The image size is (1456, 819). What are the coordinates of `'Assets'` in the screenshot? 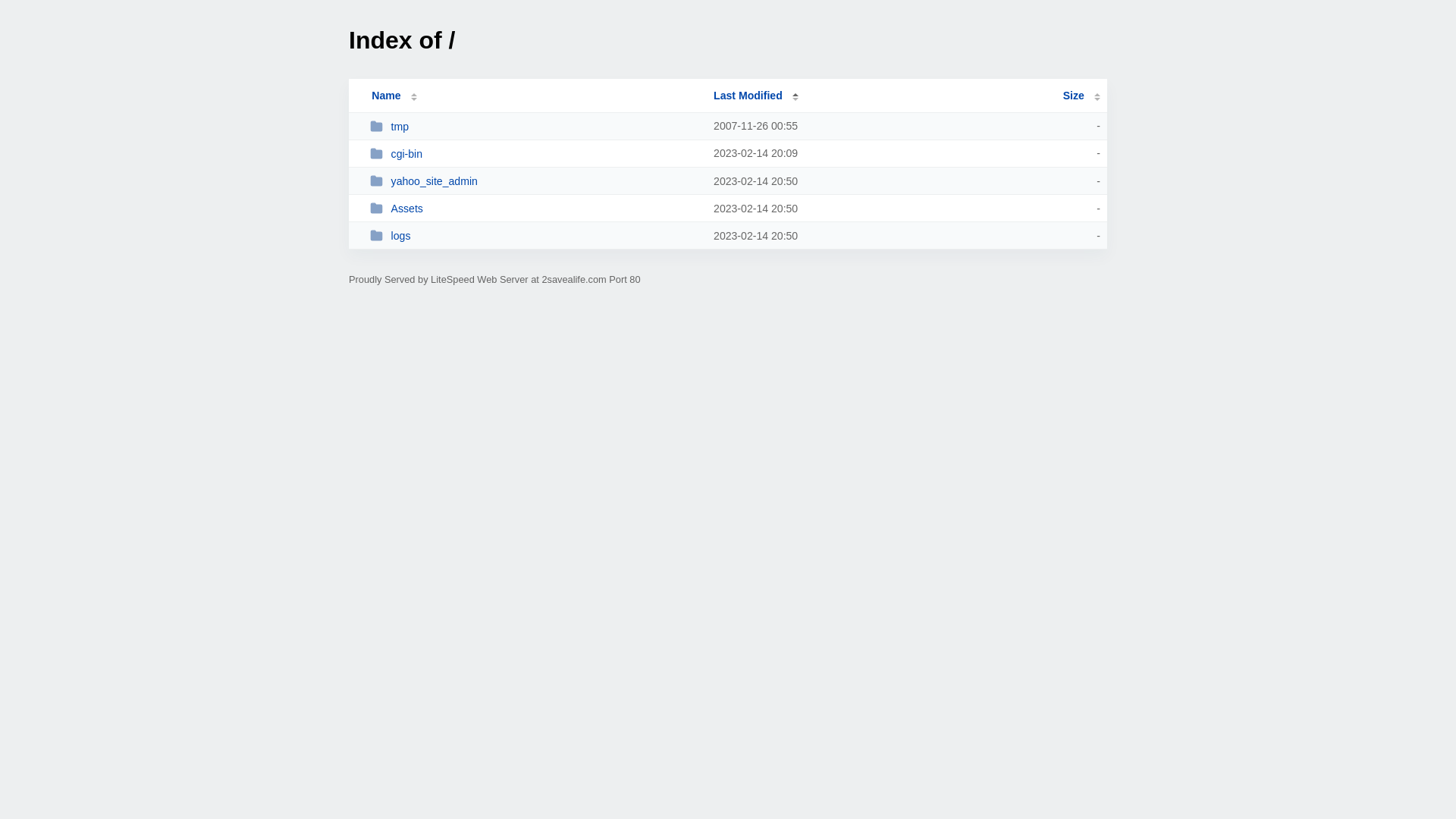 It's located at (370, 208).